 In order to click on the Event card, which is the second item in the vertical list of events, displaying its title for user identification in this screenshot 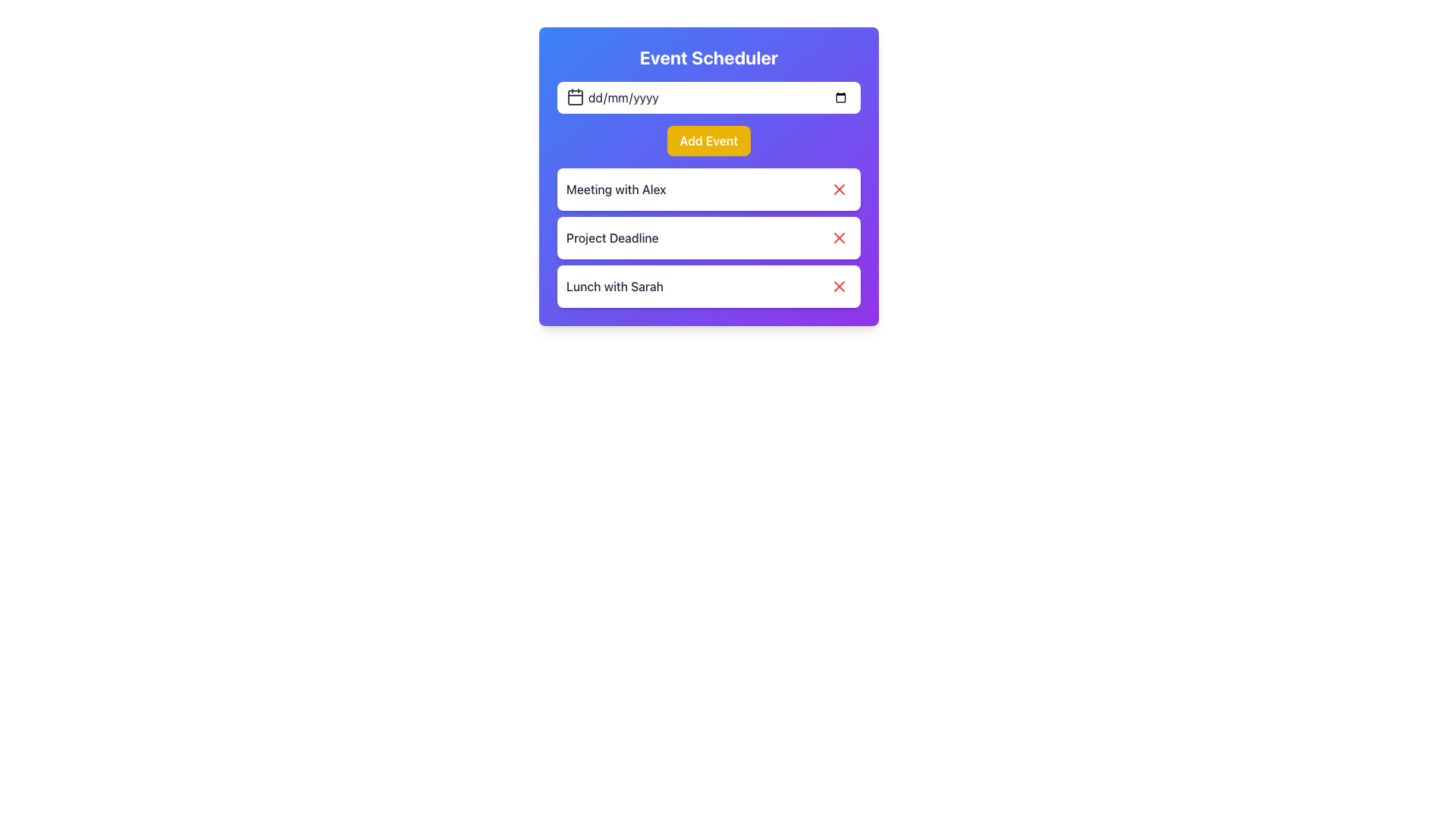, I will do `click(708, 237)`.